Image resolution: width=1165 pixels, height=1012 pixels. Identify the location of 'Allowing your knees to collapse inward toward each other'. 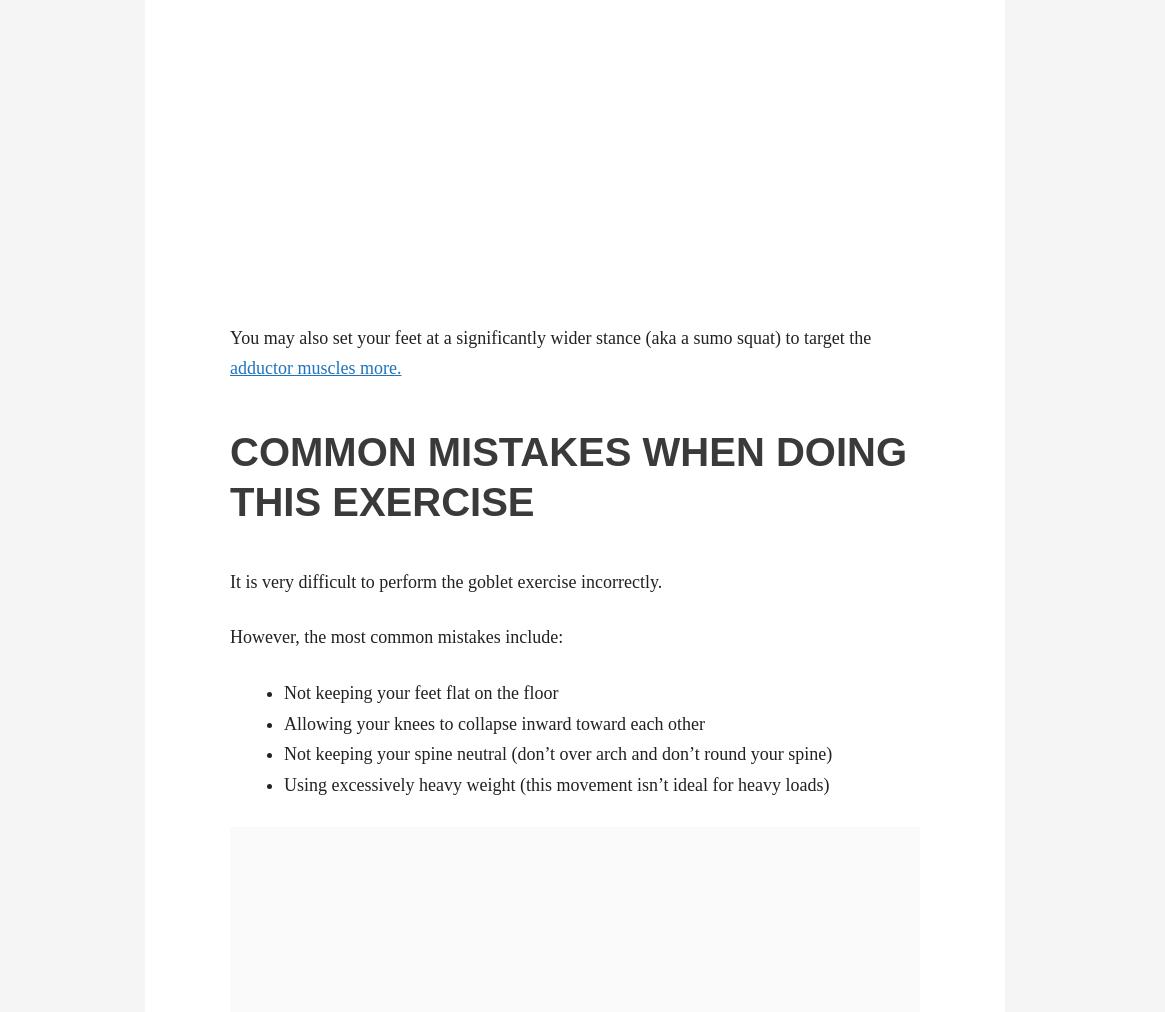
(492, 722).